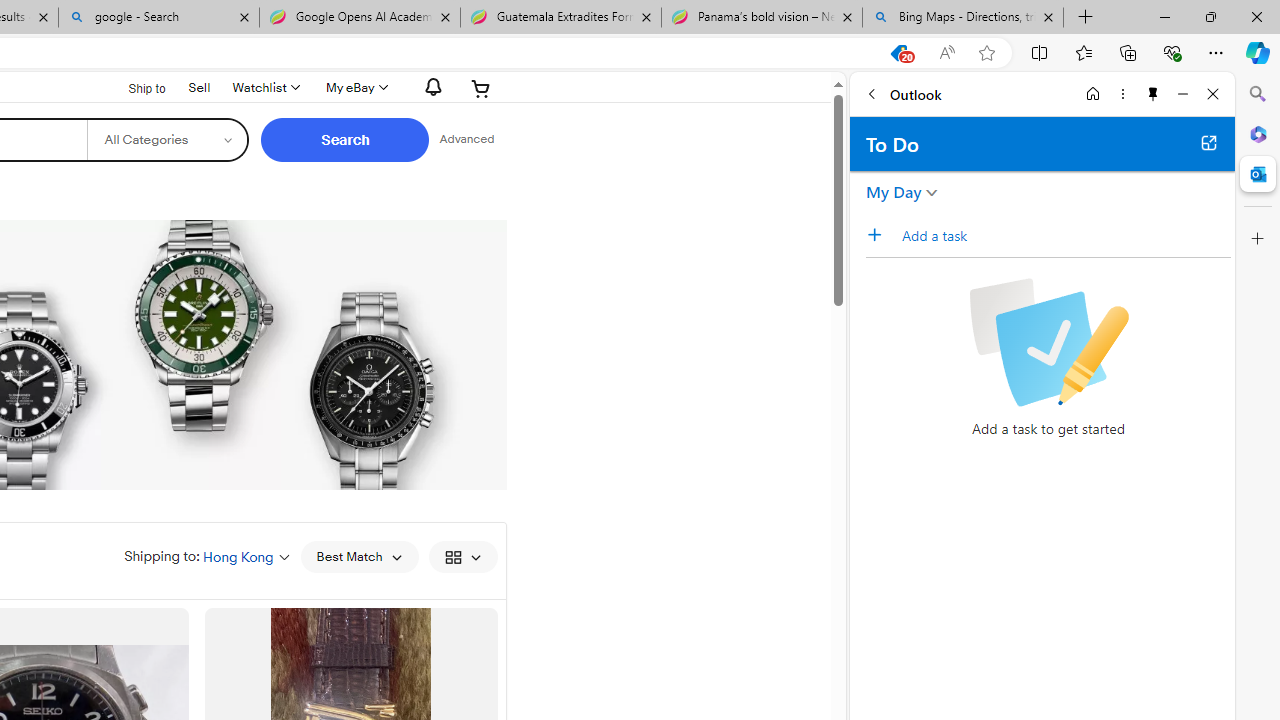  What do you see at coordinates (1064, 234) in the screenshot?
I see `'Add a task'` at bounding box center [1064, 234].